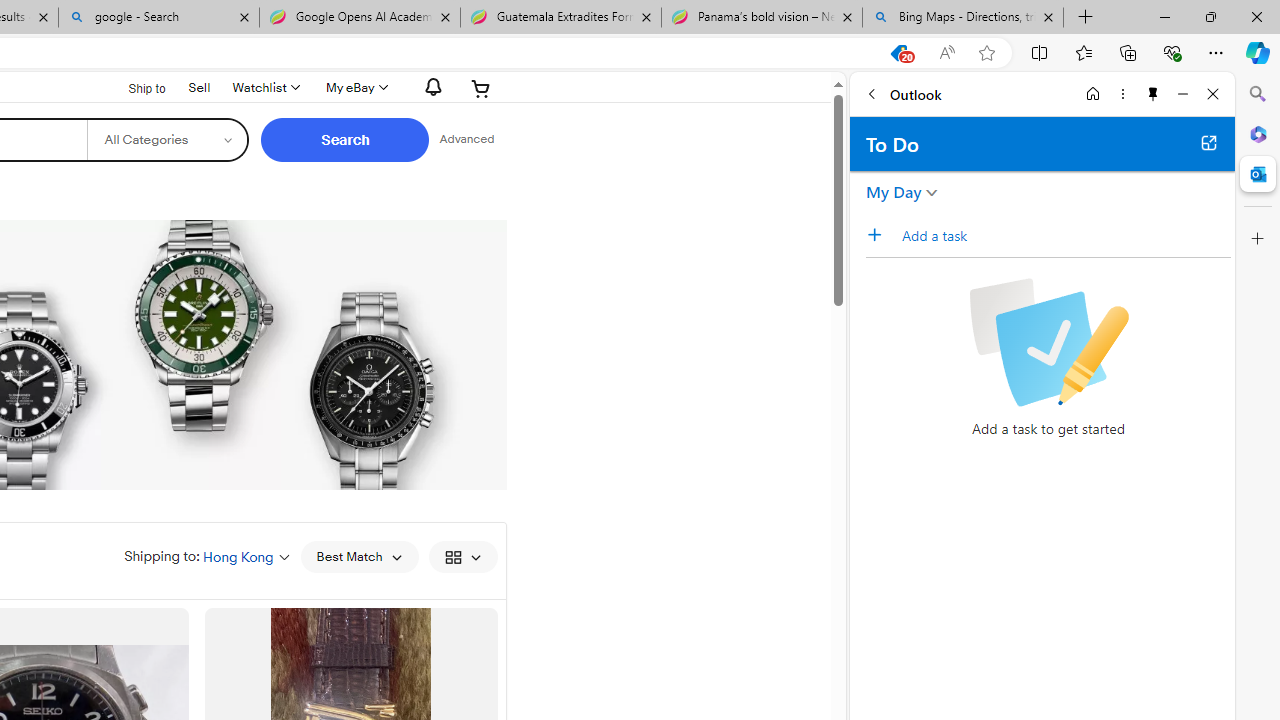  What do you see at coordinates (1064, 234) in the screenshot?
I see `'Add a task'` at bounding box center [1064, 234].